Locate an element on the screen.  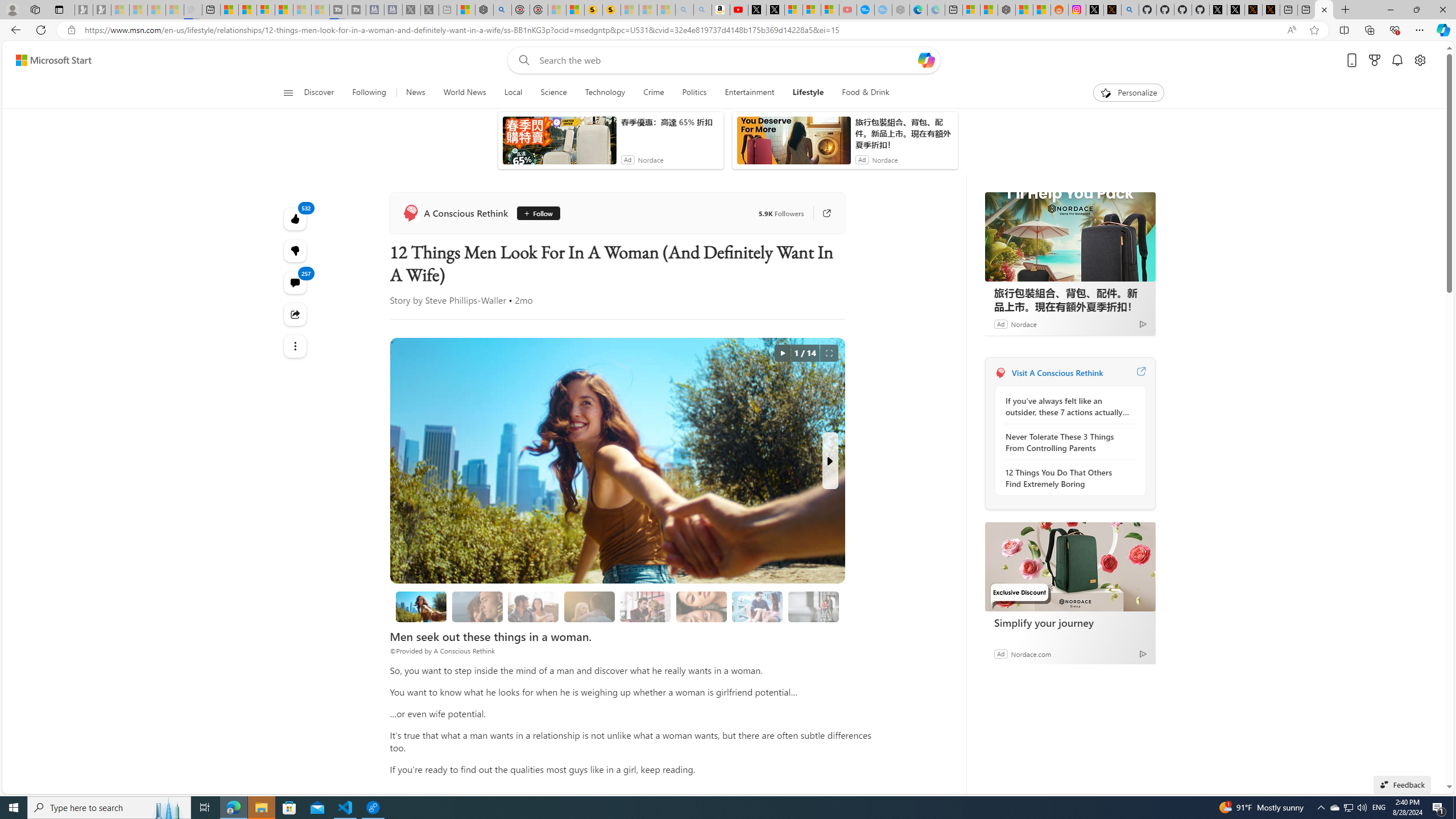
'Enter your search term' is located at coordinates (726, 78).